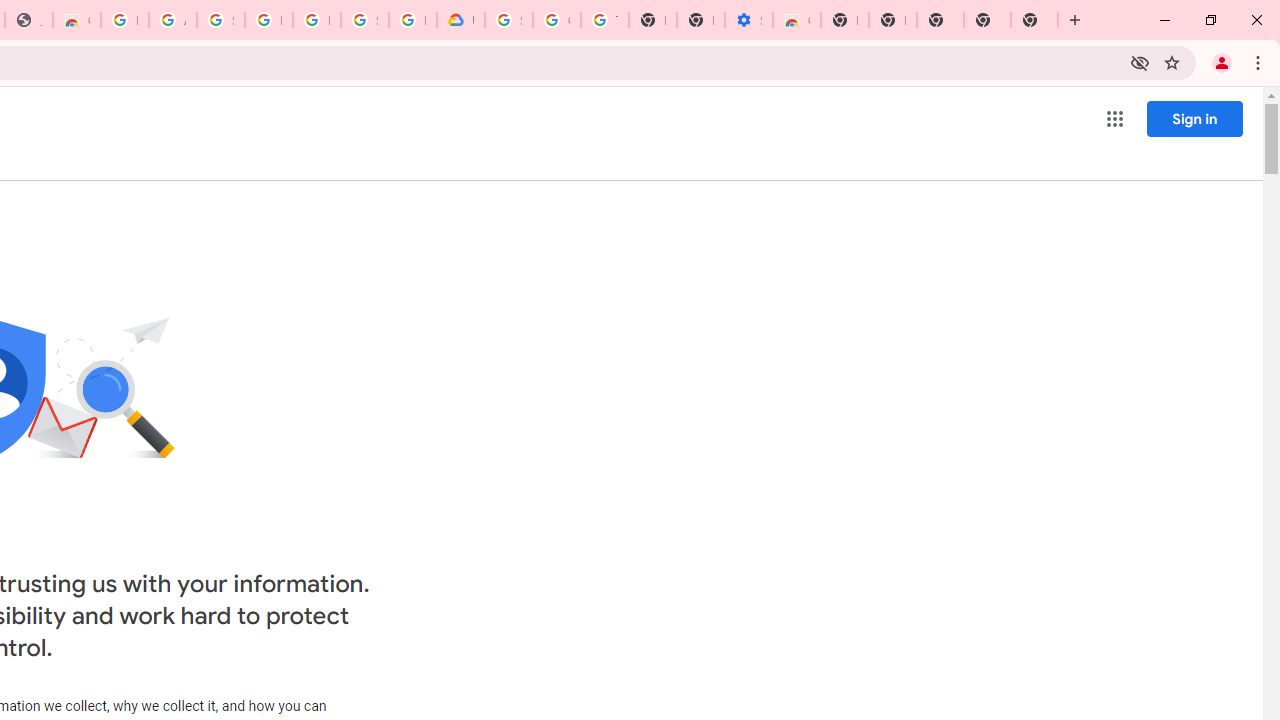  Describe the element at coordinates (220, 20) in the screenshot. I see `'Sign in - Google Accounts'` at that location.